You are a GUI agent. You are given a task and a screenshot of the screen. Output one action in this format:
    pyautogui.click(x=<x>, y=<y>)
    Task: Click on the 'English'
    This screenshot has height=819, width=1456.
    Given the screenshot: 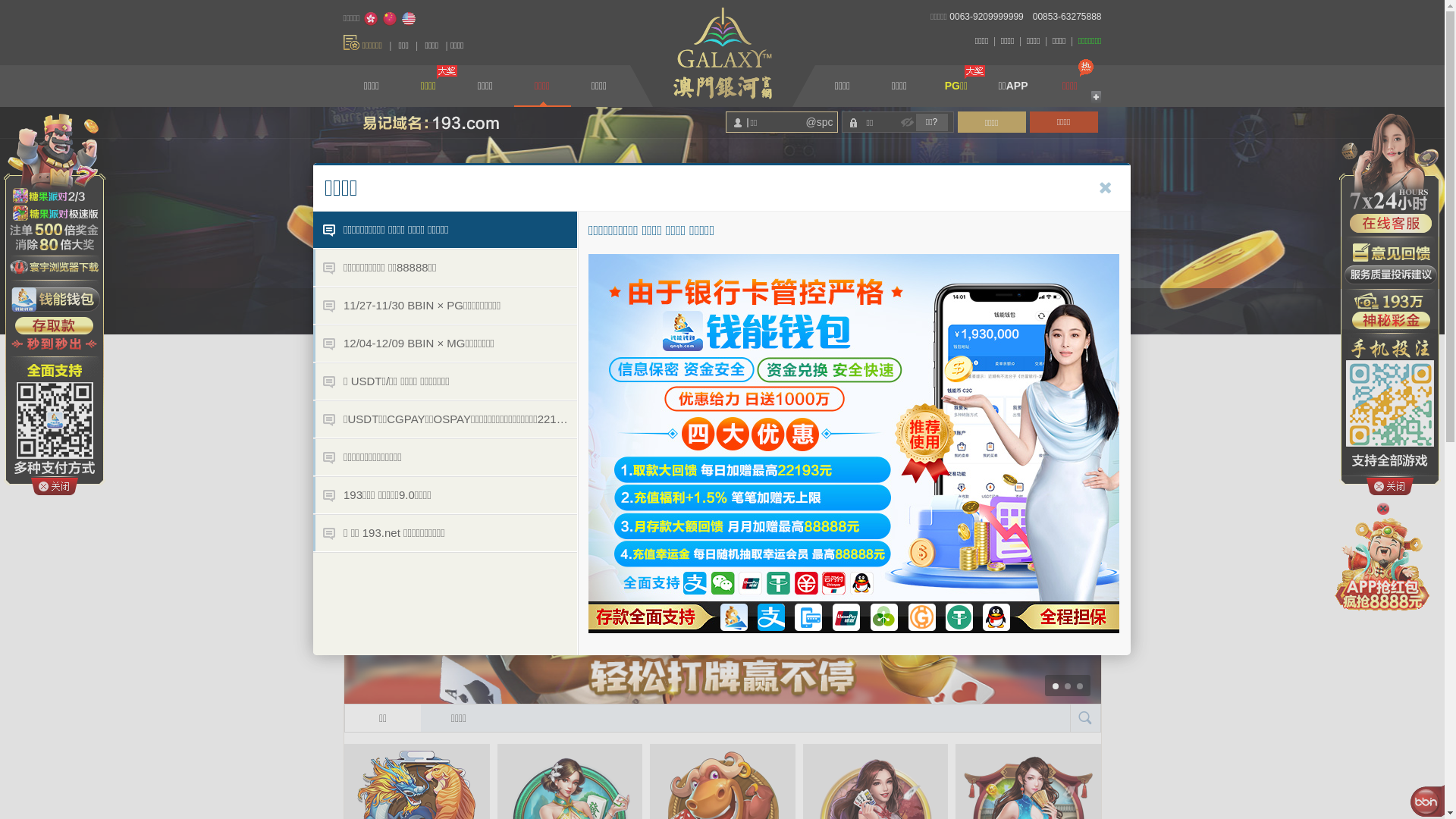 What is the action you would take?
    pyautogui.click(x=408, y=18)
    